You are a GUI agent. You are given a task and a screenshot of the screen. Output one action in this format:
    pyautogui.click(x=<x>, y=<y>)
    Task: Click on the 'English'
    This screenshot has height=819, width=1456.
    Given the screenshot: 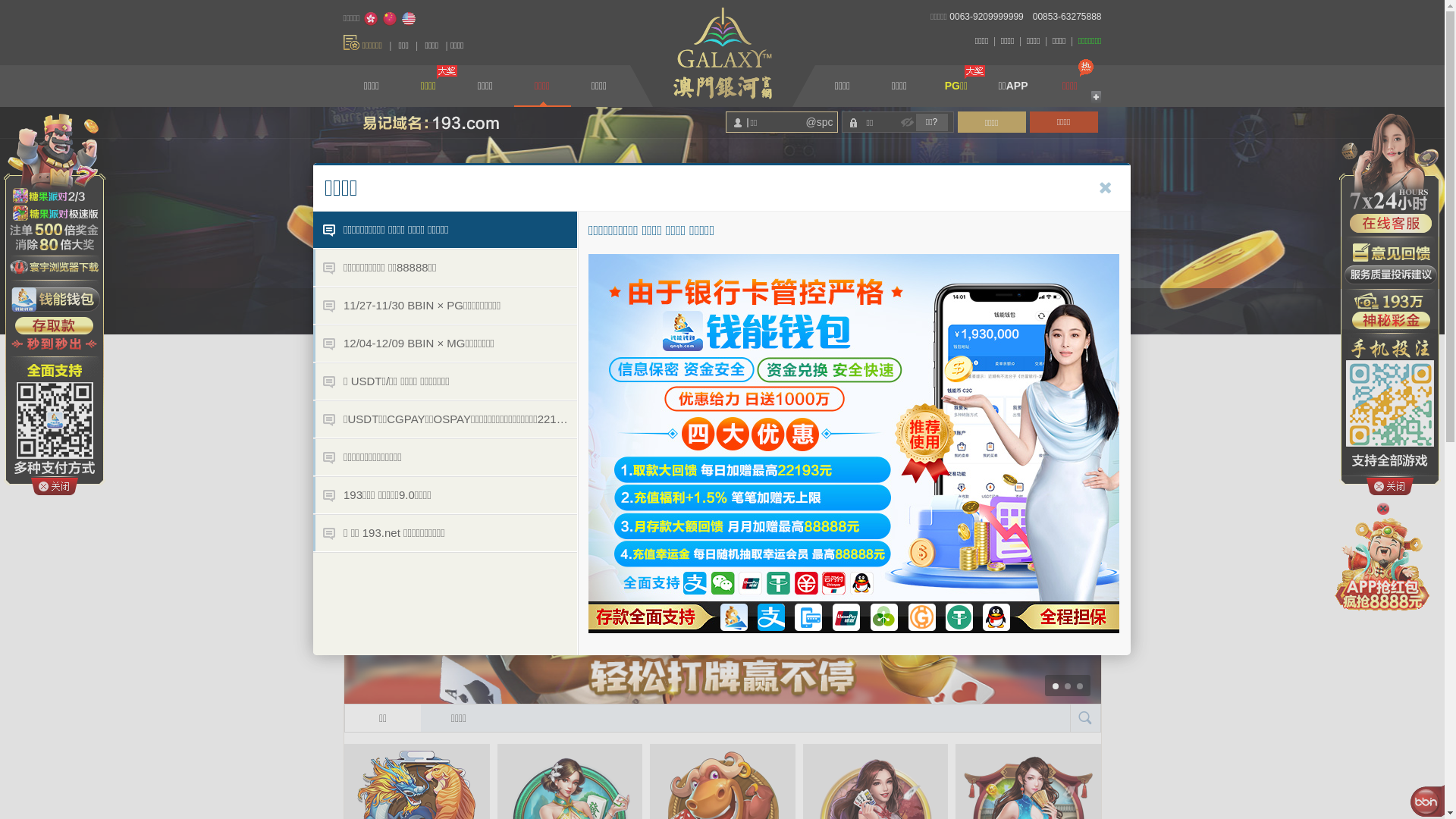 What is the action you would take?
    pyautogui.click(x=408, y=18)
    